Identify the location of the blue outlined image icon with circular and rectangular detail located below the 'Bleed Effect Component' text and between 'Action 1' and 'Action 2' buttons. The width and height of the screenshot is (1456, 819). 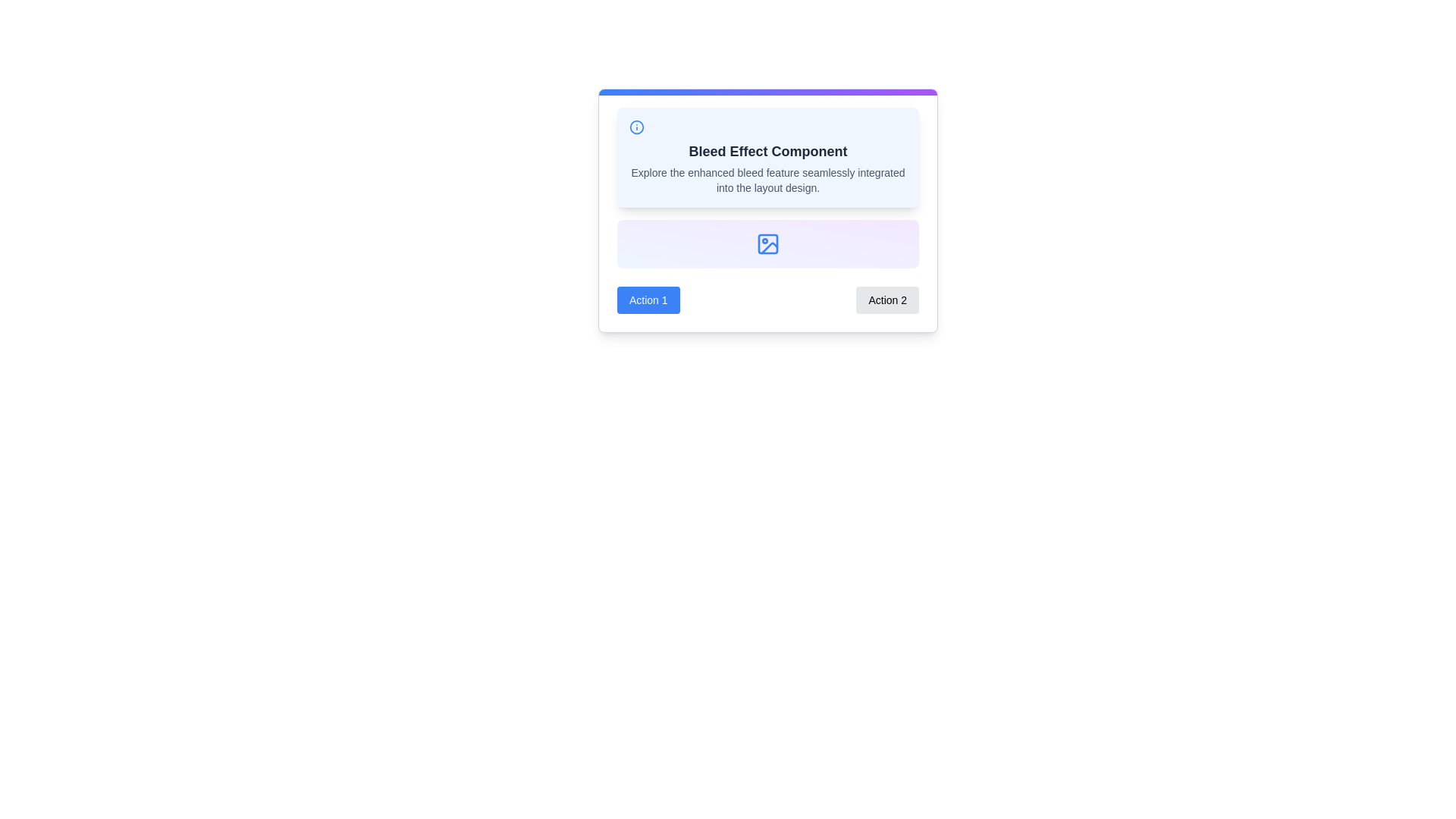
(767, 243).